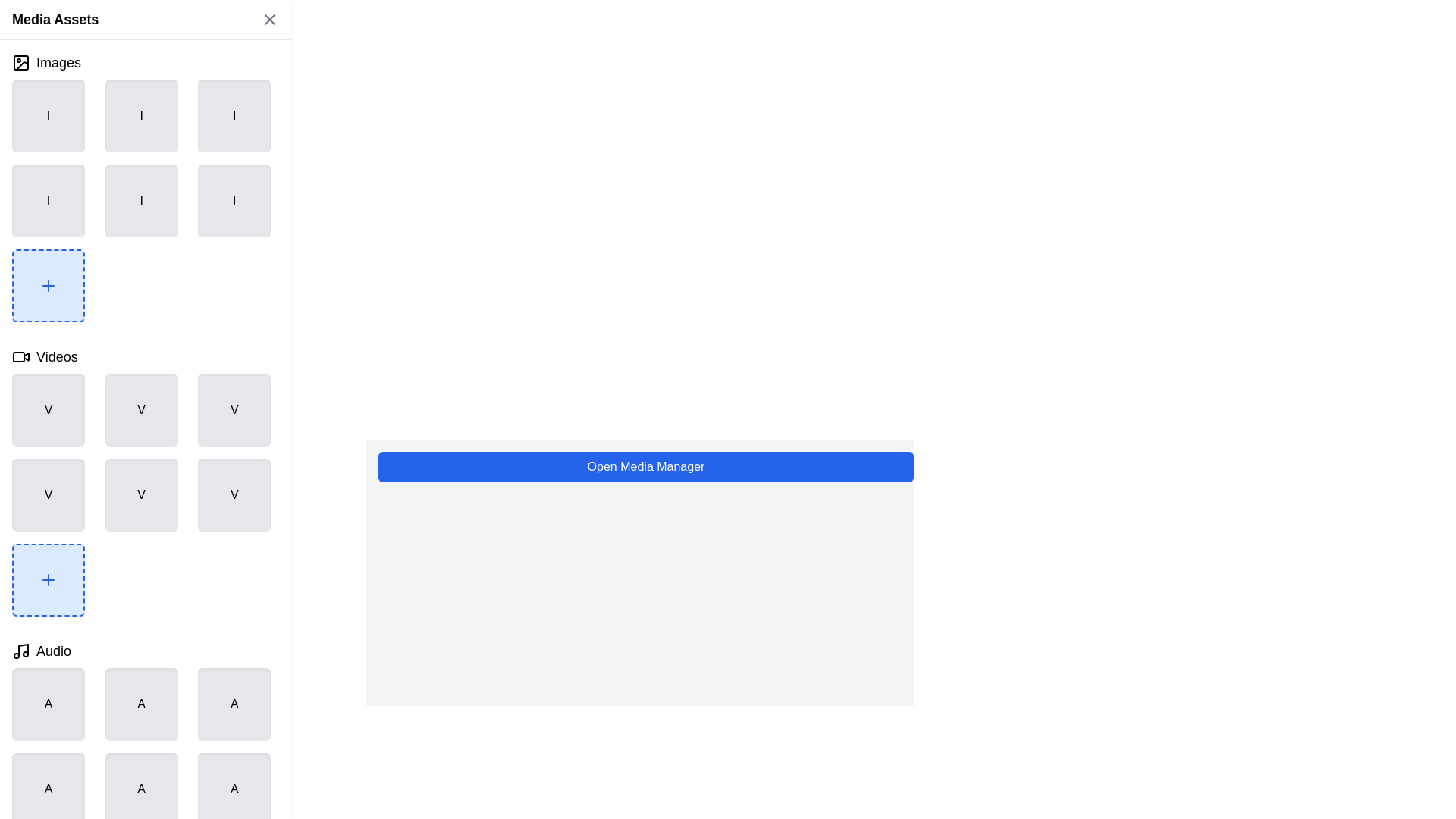  I want to click on the Close button located at the top-right corner of the 'Media Assets' panel for keyboard interaction, so click(269, 20).